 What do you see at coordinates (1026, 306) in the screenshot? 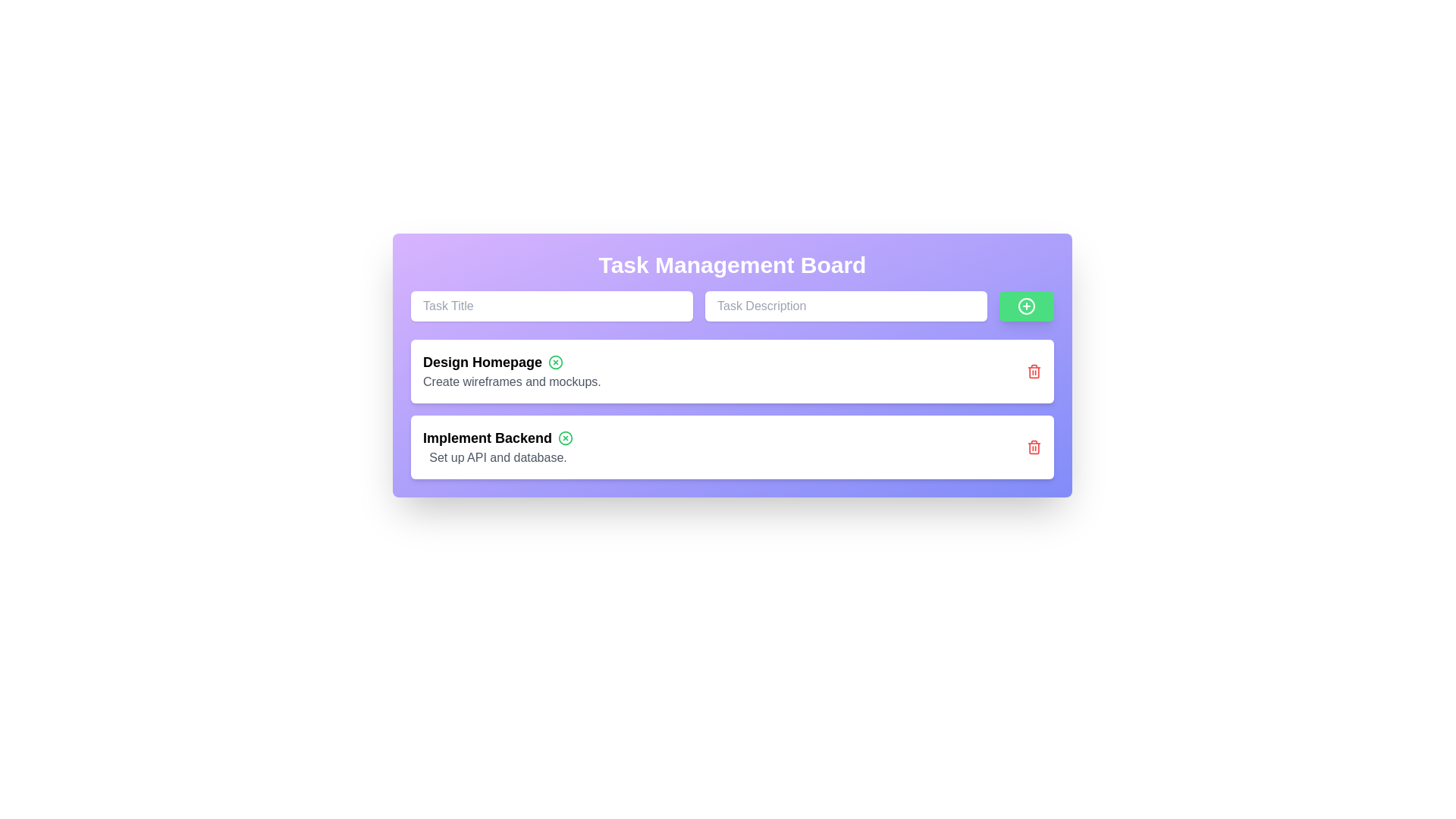
I see `the 'Add Task' button located at the top-right corner of the task input section` at bounding box center [1026, 306].